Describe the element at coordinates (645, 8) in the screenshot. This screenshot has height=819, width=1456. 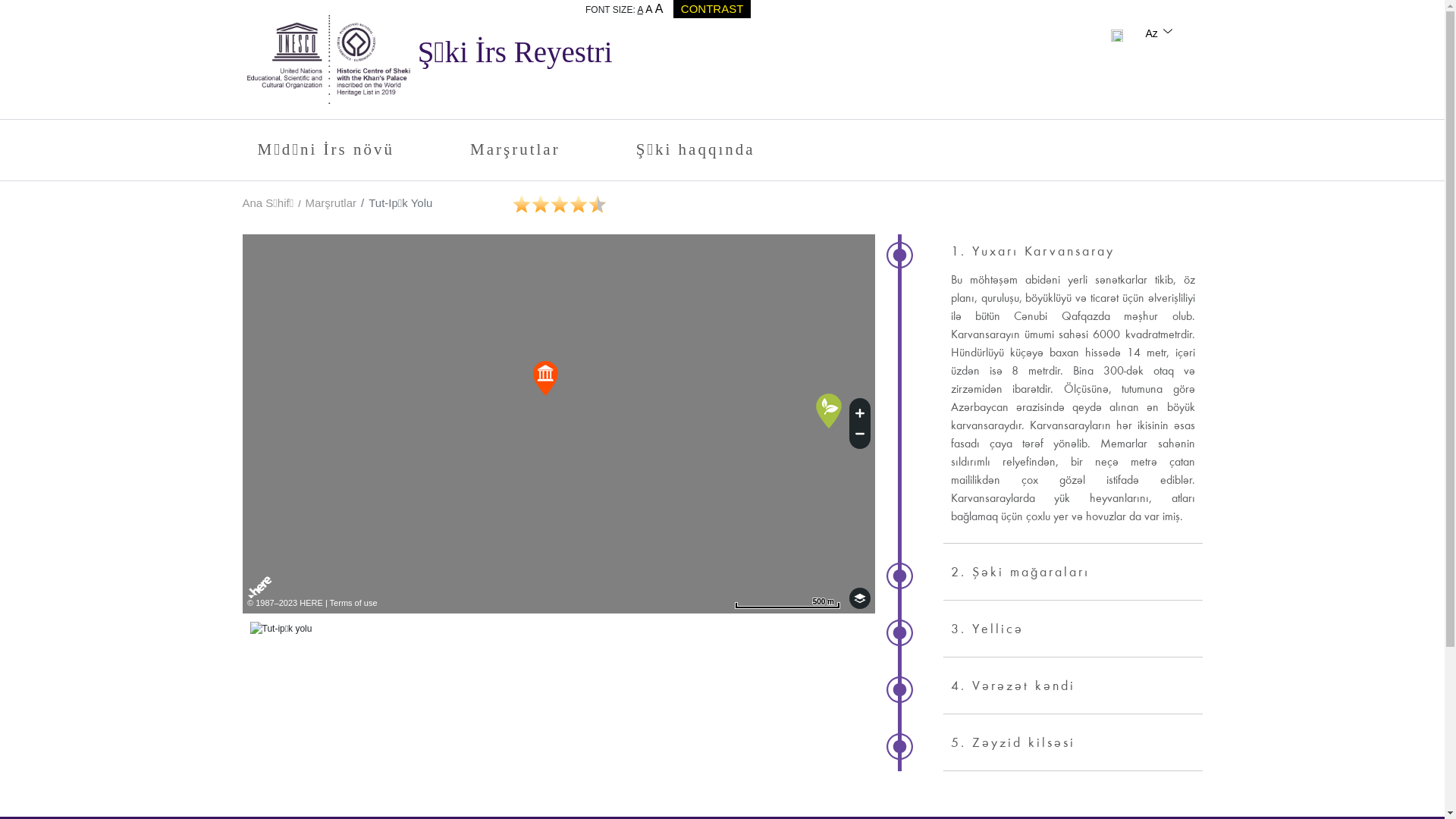
I see `'A'` at that location.